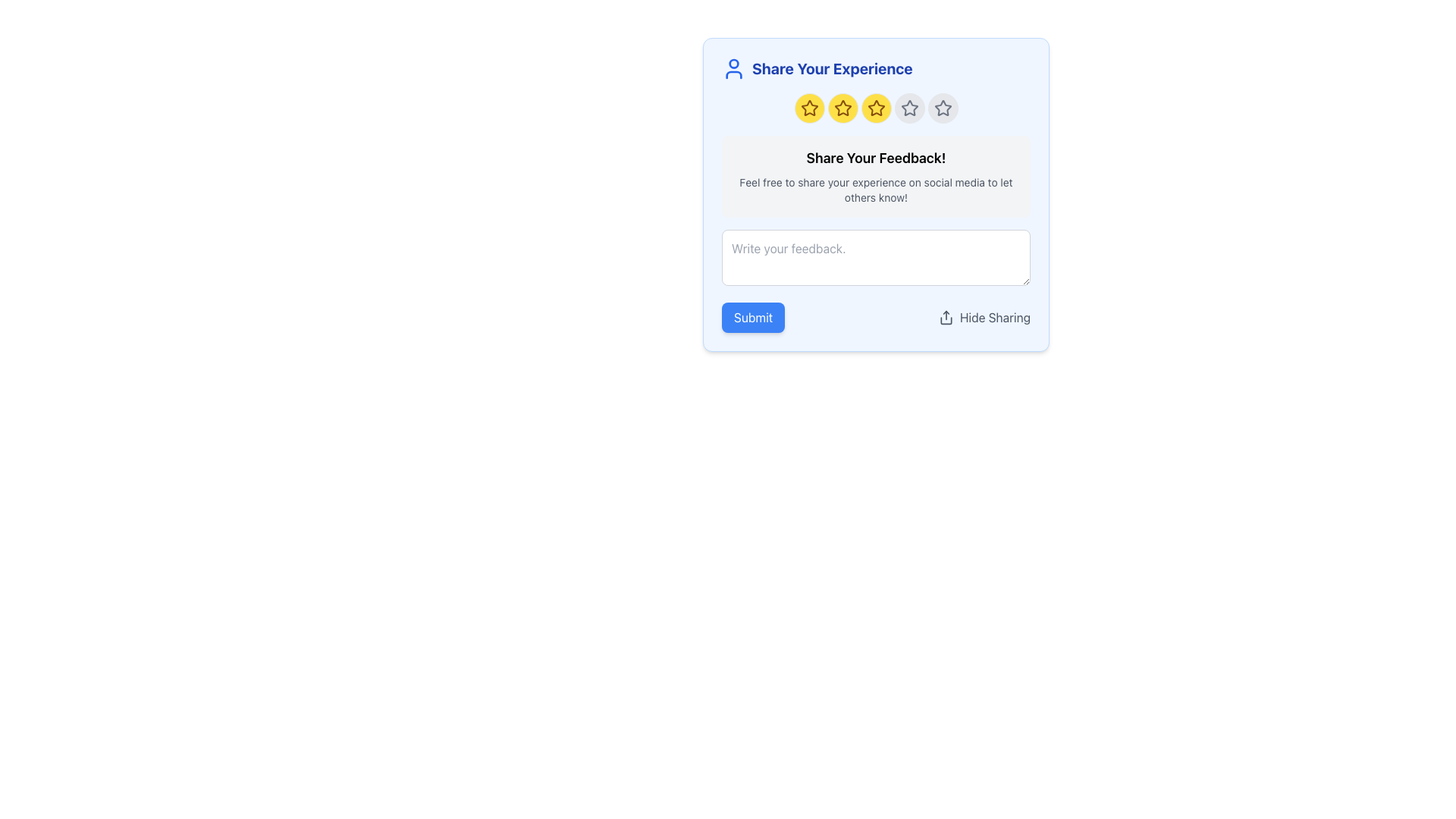 This screenshot has width=1456, height=819. Describe the element at coordinates (876, 107) in the screenshot. I see `the circular badge button with a yellow background and dark yellow star icon by navigating with the keyboard` at that location.